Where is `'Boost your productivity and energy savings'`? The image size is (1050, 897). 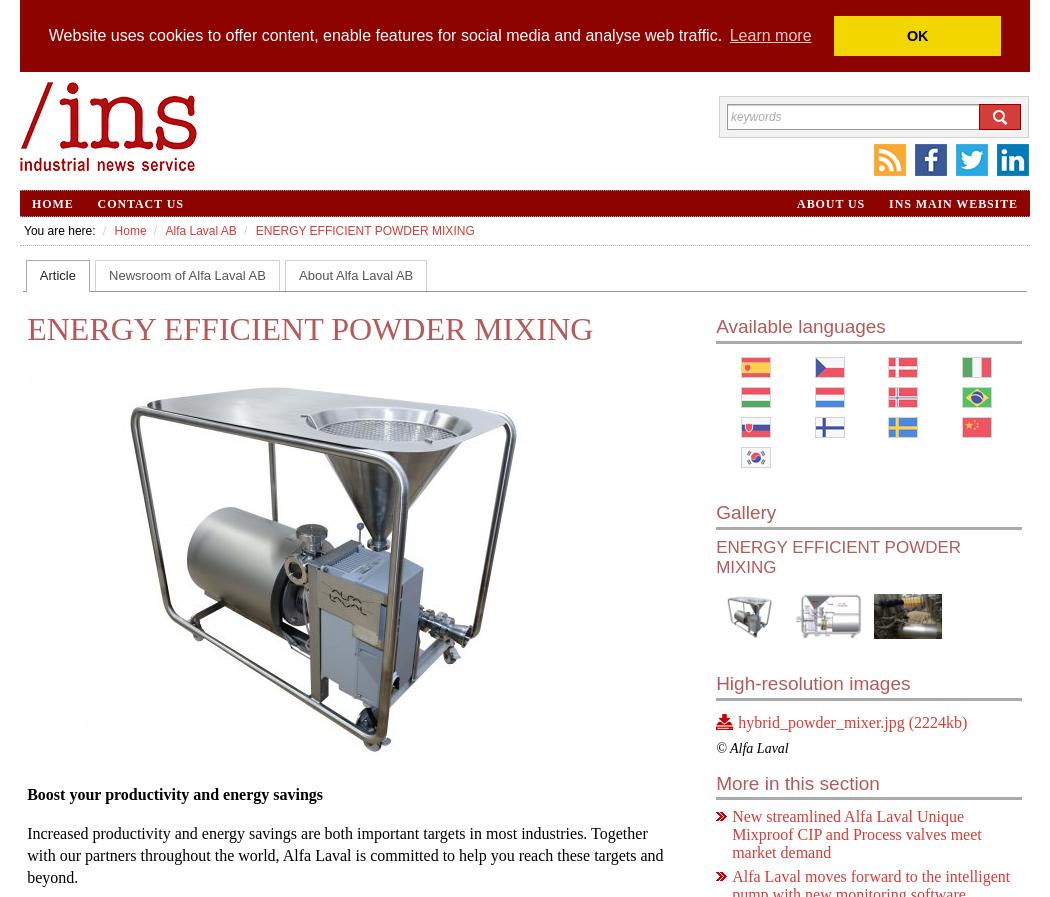
'Boost your productivity and energy savings' is located at coordinates (175, 794).